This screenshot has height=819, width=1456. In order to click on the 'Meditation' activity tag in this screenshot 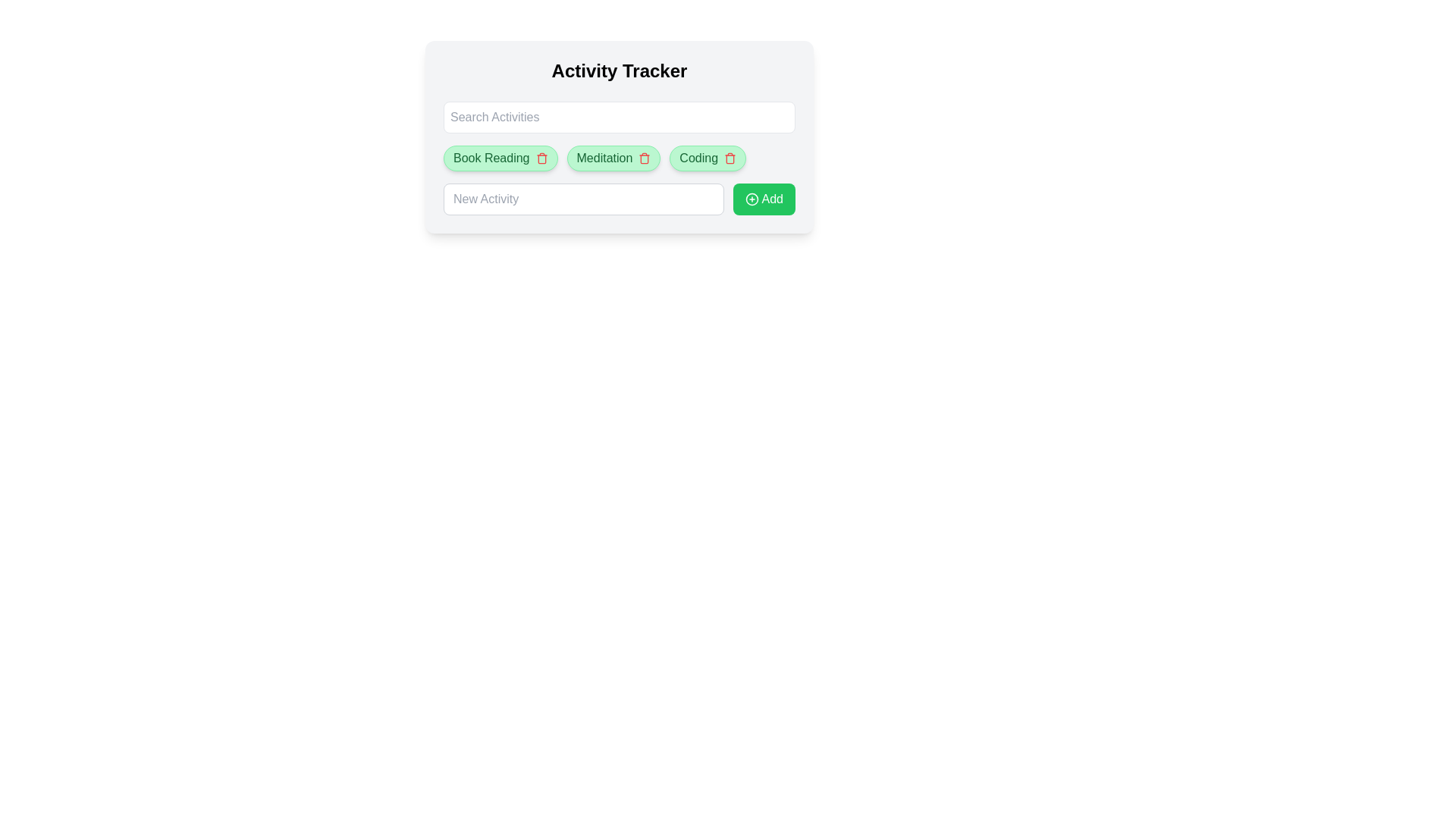, I will do `click(613, 158)`.